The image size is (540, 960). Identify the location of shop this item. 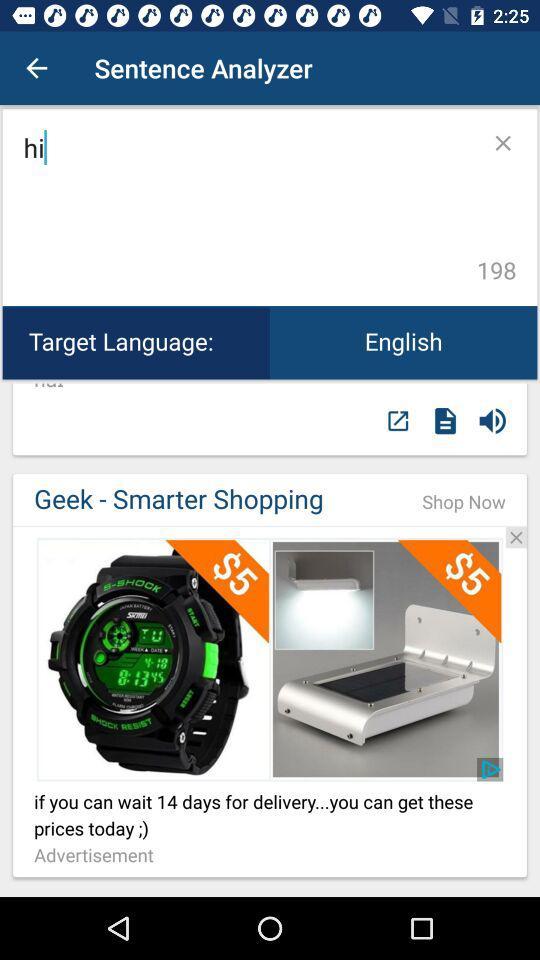
(270, 658).